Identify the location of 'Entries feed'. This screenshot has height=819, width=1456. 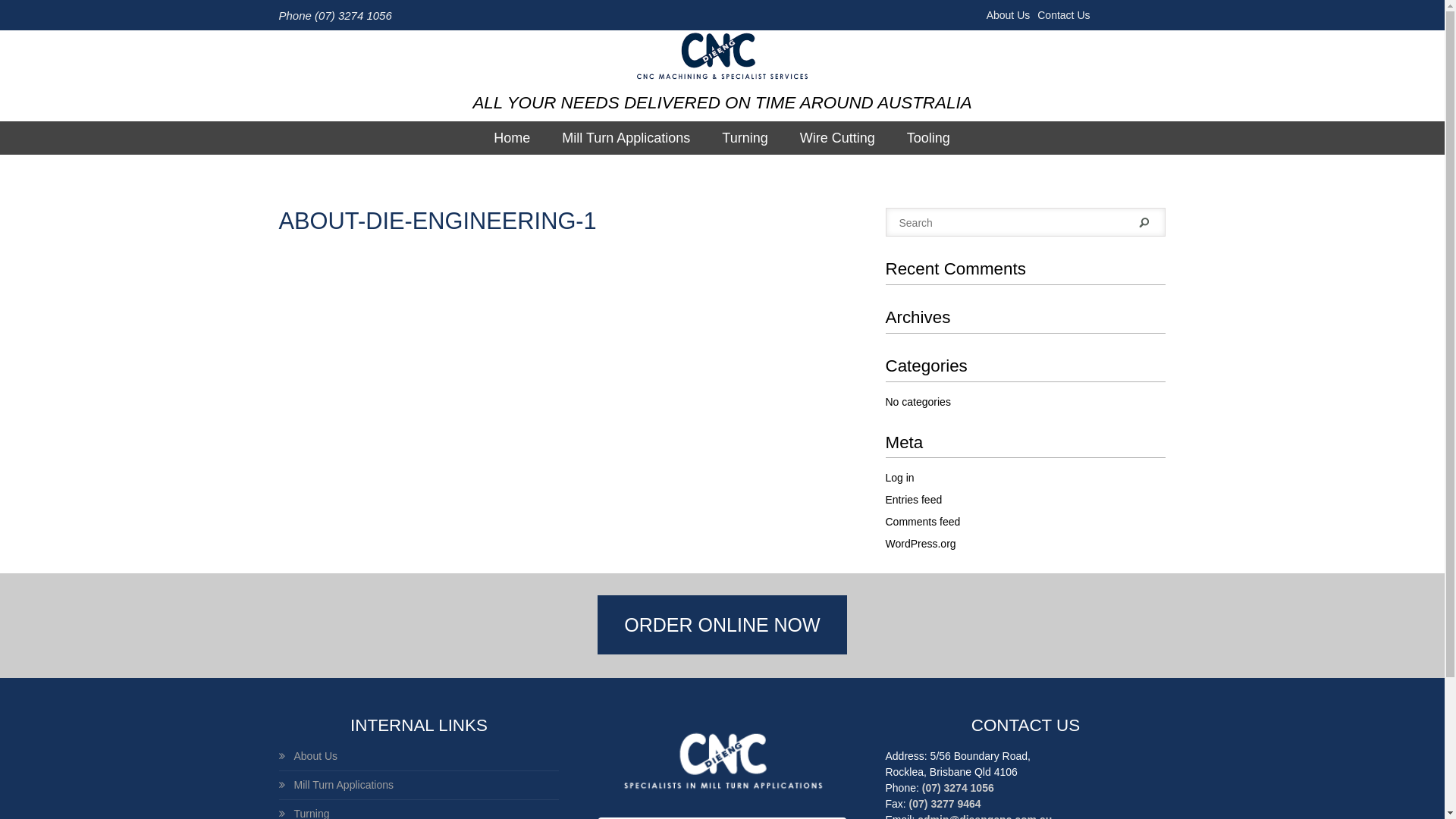
(885, 500).